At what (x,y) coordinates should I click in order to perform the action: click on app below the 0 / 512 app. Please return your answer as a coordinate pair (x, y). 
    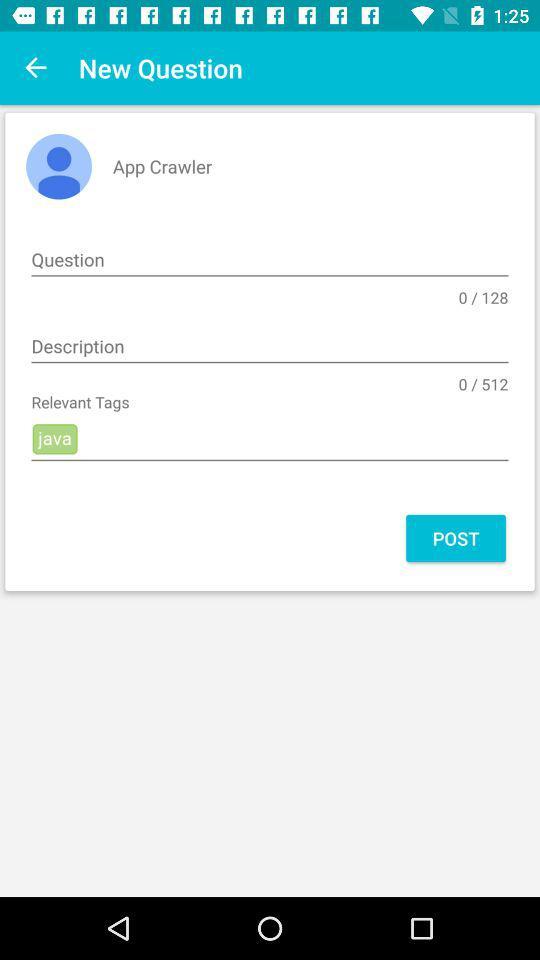
    Looking at the image, I should click on (270, 439).